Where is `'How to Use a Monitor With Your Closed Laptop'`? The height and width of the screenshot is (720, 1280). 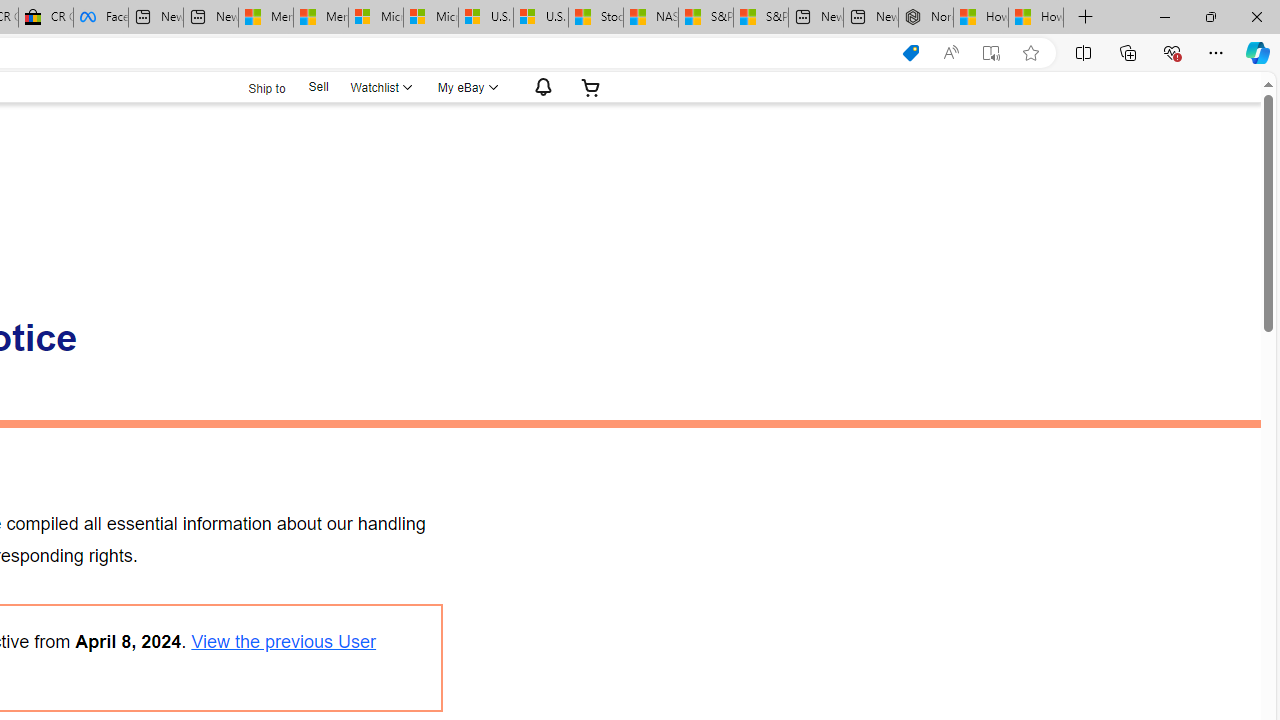 'How to Use a Monitor With Your Closed Laptop' is located at coordinates (1036, 17).